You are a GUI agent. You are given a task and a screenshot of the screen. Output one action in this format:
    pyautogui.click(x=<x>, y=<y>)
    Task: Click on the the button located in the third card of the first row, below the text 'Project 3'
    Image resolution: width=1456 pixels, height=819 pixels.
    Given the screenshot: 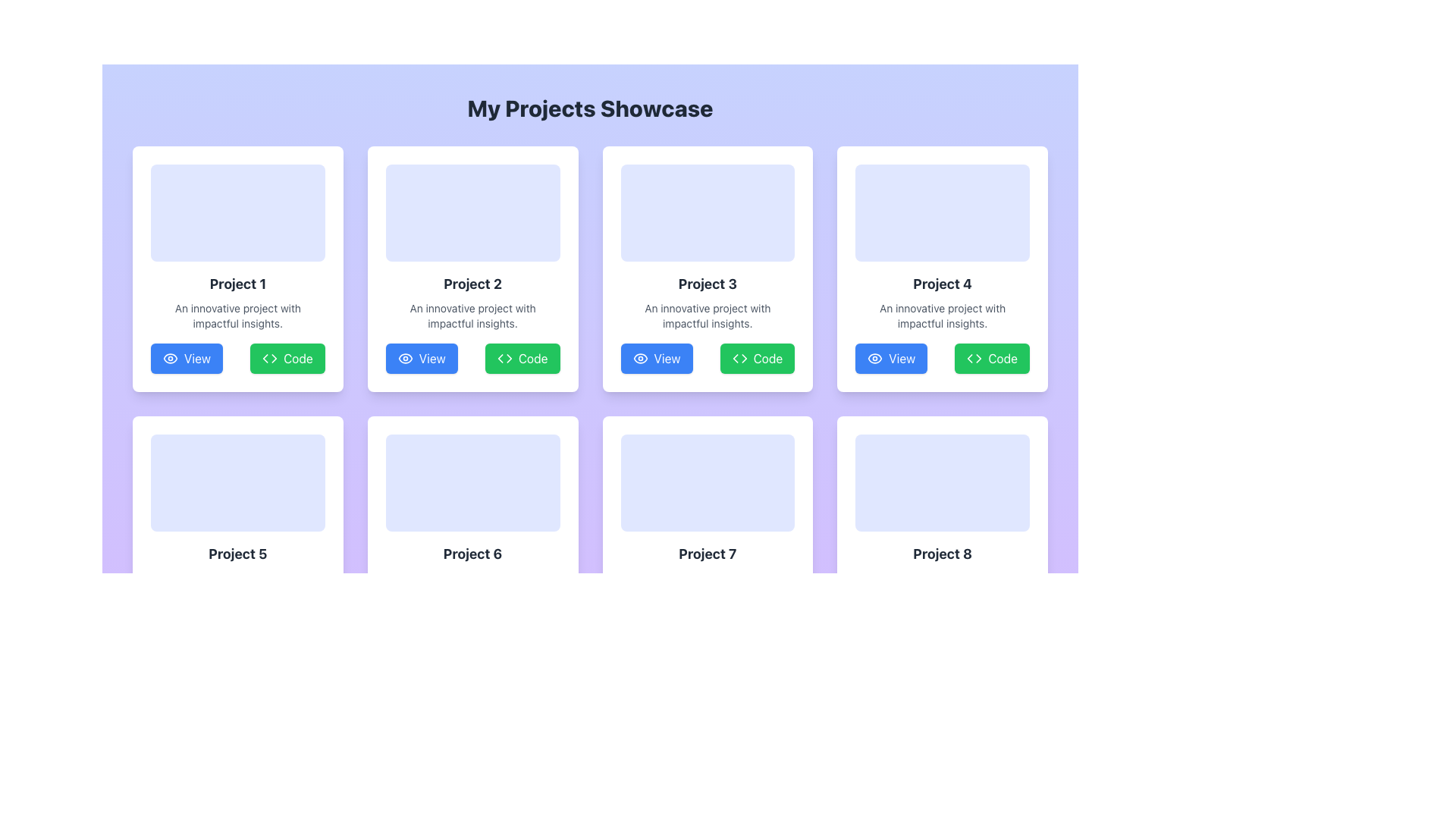 What is the action you would take?
    pyautogui.click(x=656, y=359)
    